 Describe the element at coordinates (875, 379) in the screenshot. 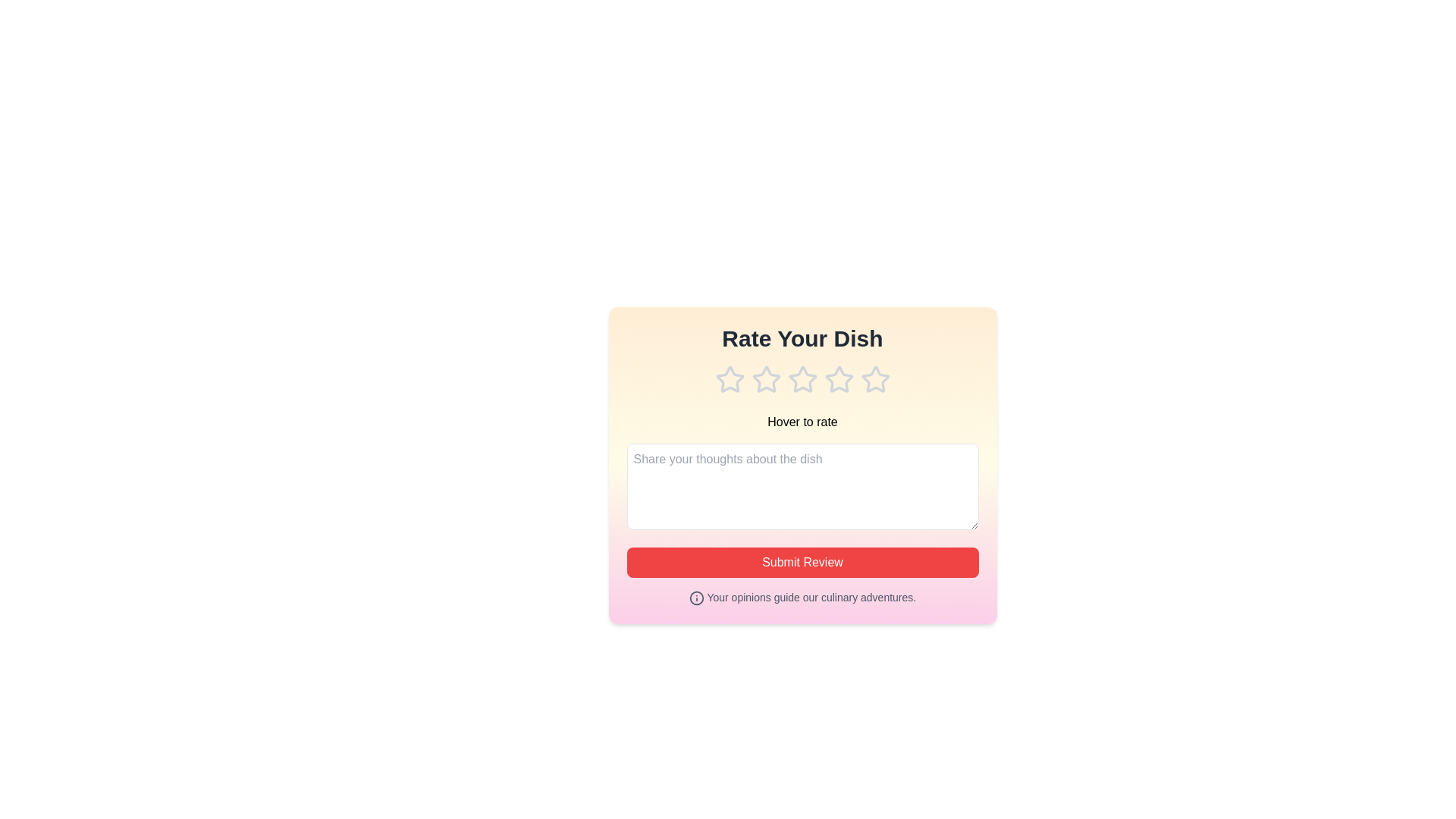

I see `the star corresponding to 5 to preview the rating` at that location.